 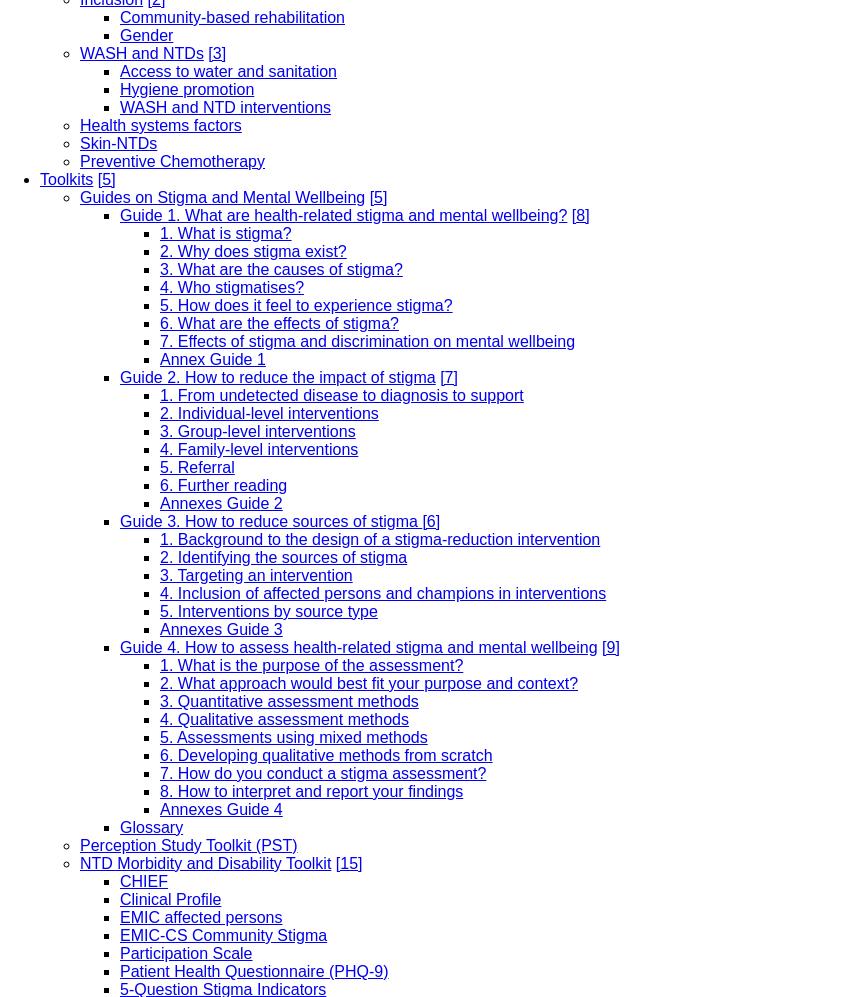 What do you see at coordinates (609, 646) in the screenshot?
I see `'[9]'` at bounding box center [609, 646].